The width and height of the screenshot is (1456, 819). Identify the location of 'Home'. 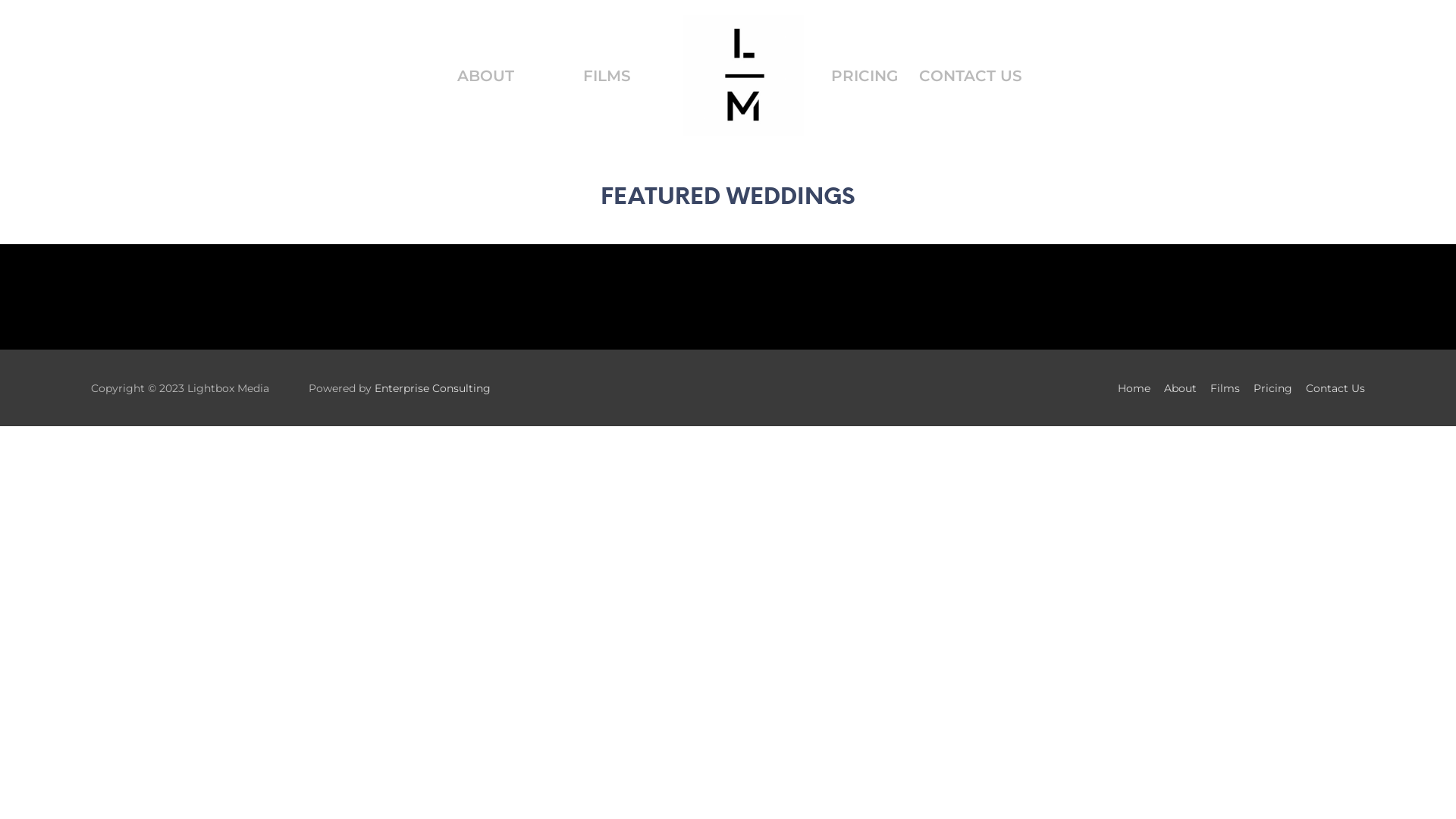
(1128, 388).